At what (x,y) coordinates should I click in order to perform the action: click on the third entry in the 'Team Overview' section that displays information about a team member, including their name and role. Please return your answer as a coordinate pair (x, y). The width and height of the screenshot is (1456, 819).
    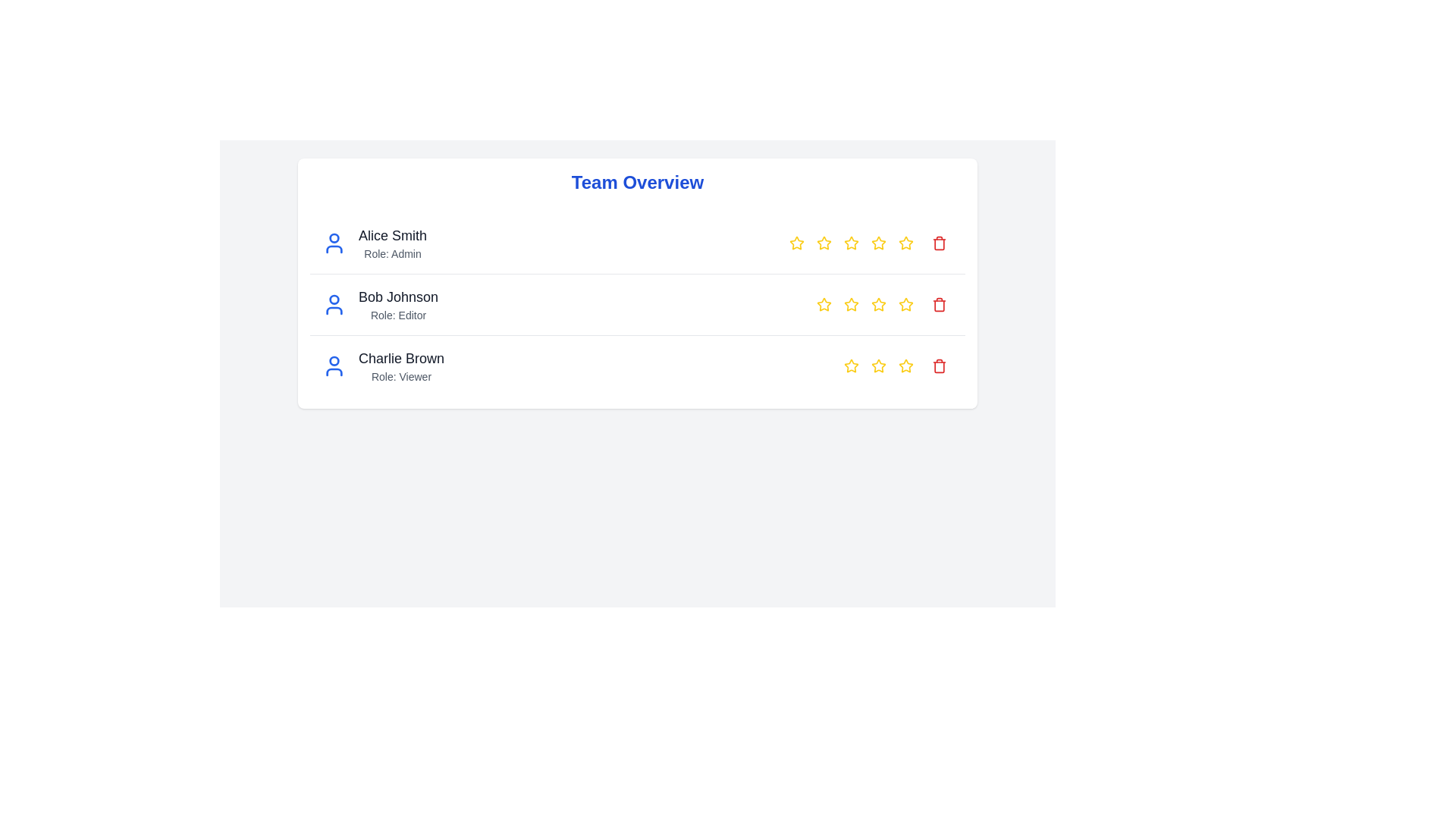
    Looking at the image, I should click on (383, 366).